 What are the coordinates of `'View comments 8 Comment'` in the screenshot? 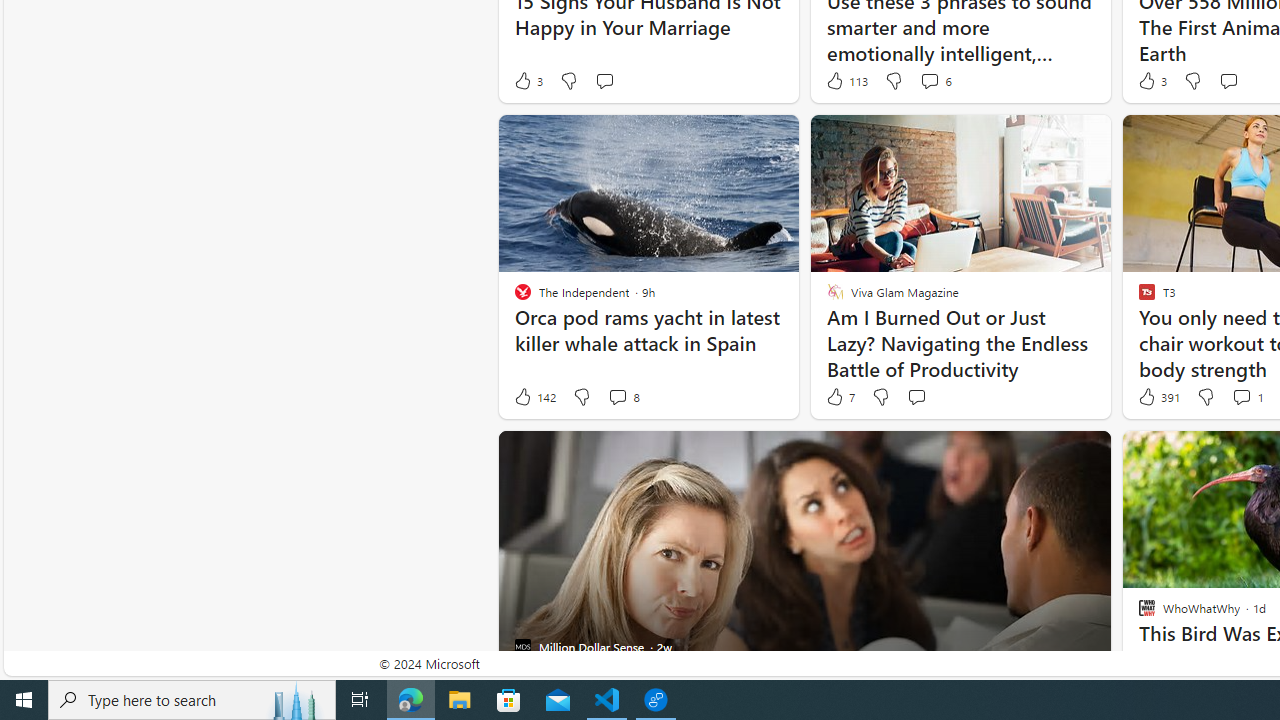 It's located at (622, 397).